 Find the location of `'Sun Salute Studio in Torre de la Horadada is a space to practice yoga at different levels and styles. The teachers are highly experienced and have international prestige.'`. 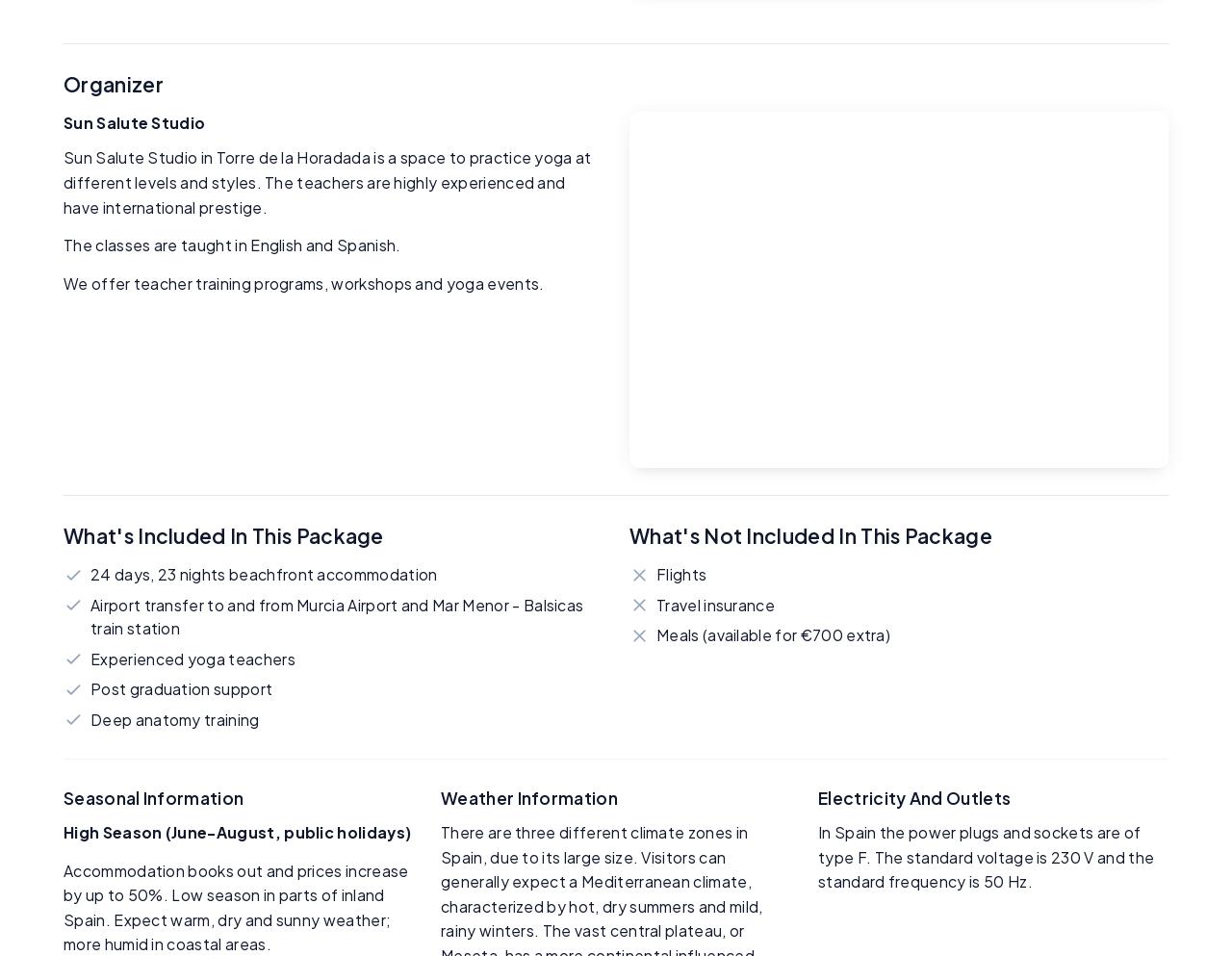

'Sun Salute Studio in Torre de la Horadada is a space to practice yoga at different levels and styles. The teachers are highly experienced and have international prestige.' is located at coordinates (64, 180).